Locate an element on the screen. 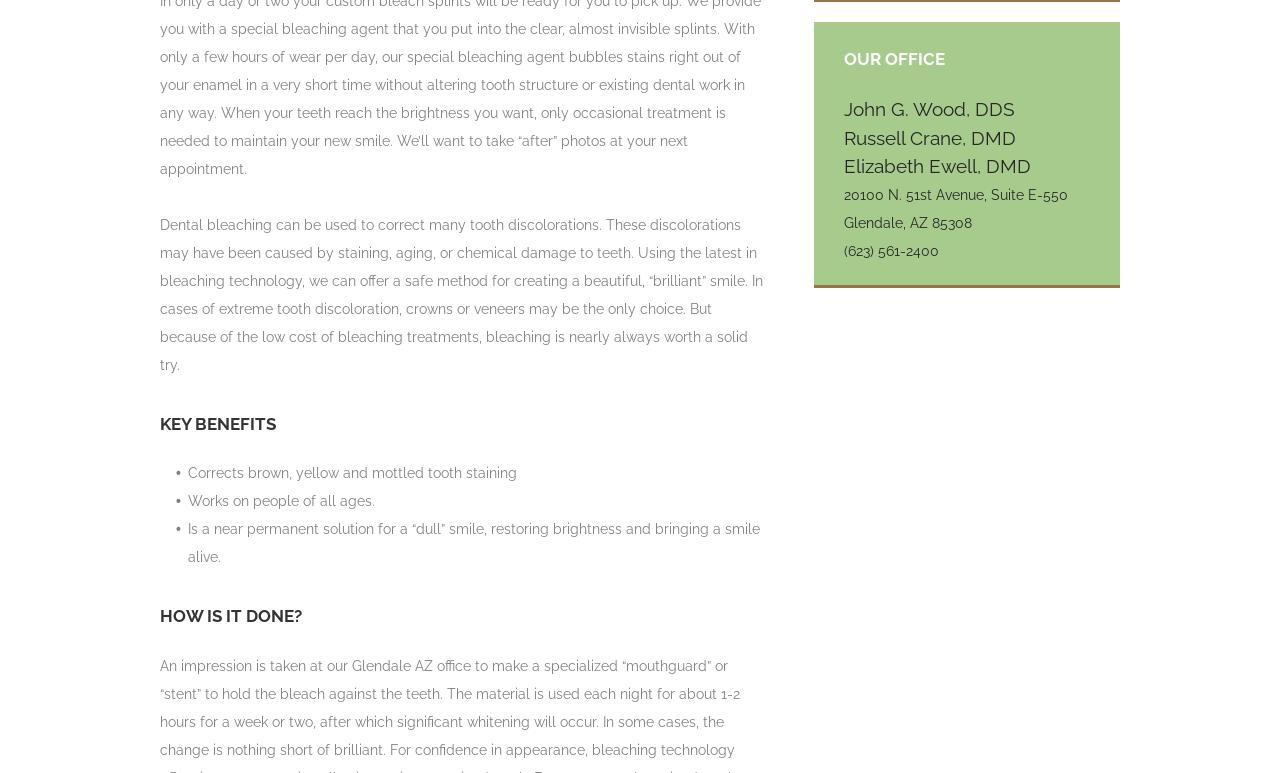 Image resolution: width=1280 pixels, height=773 pixels. 'HOW IS IT DONE?' is located at coordinates (231, 615).